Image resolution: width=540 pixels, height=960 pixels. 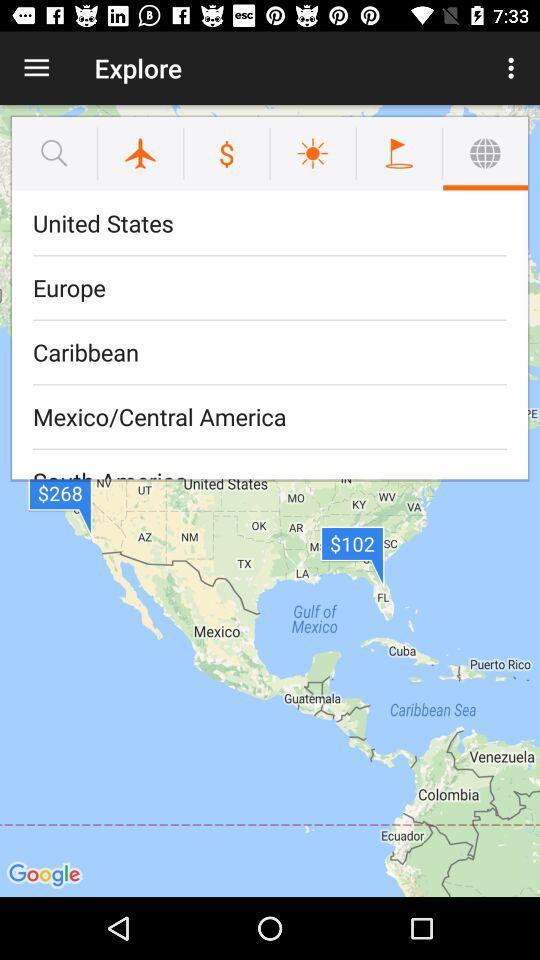 What do you see at coordinates (270, 287) in the screenshot?
I see `europe item` at bounding box center [270, 287].